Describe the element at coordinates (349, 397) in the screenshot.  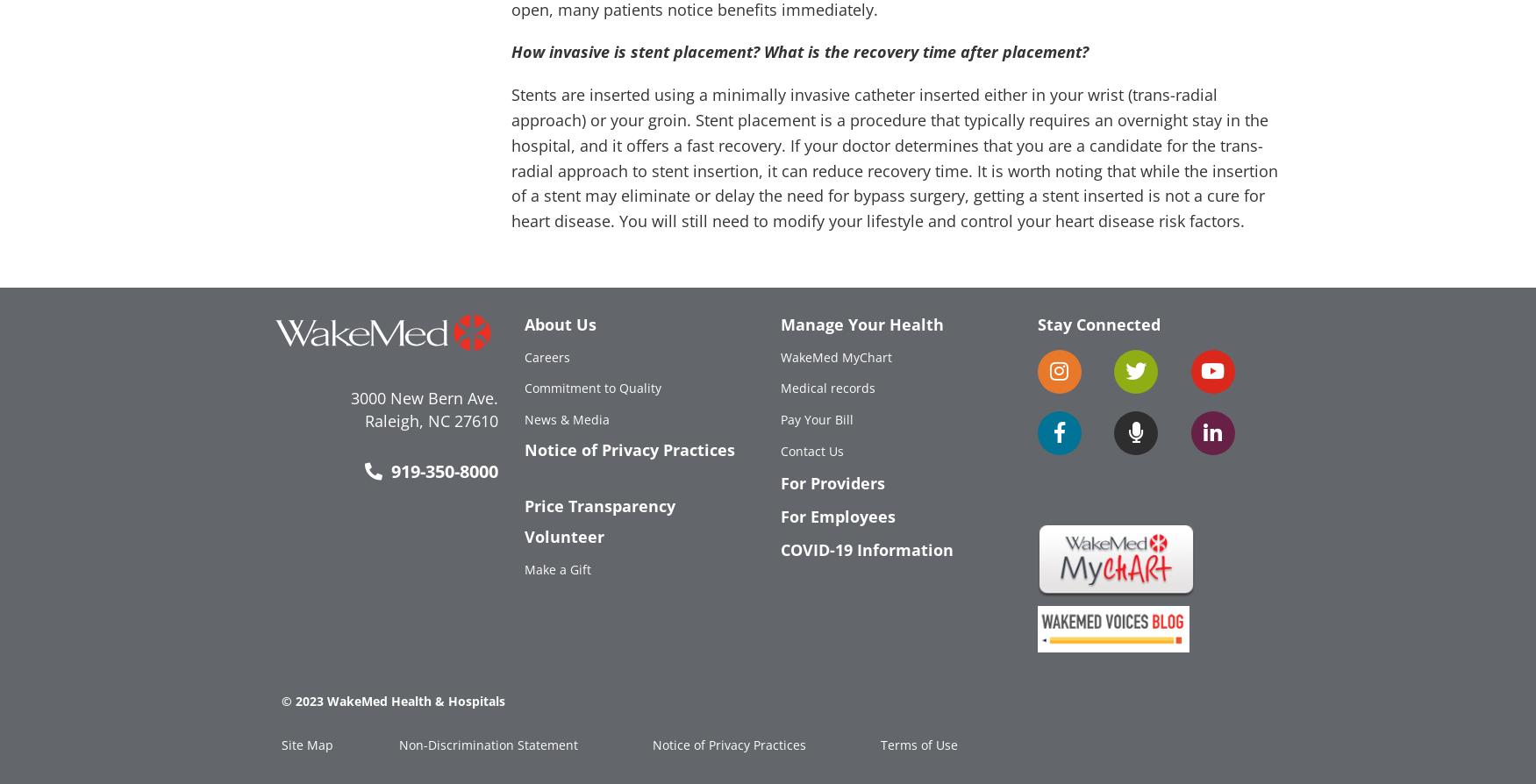
I see `'3000 New Bern Ave.'` at that location.